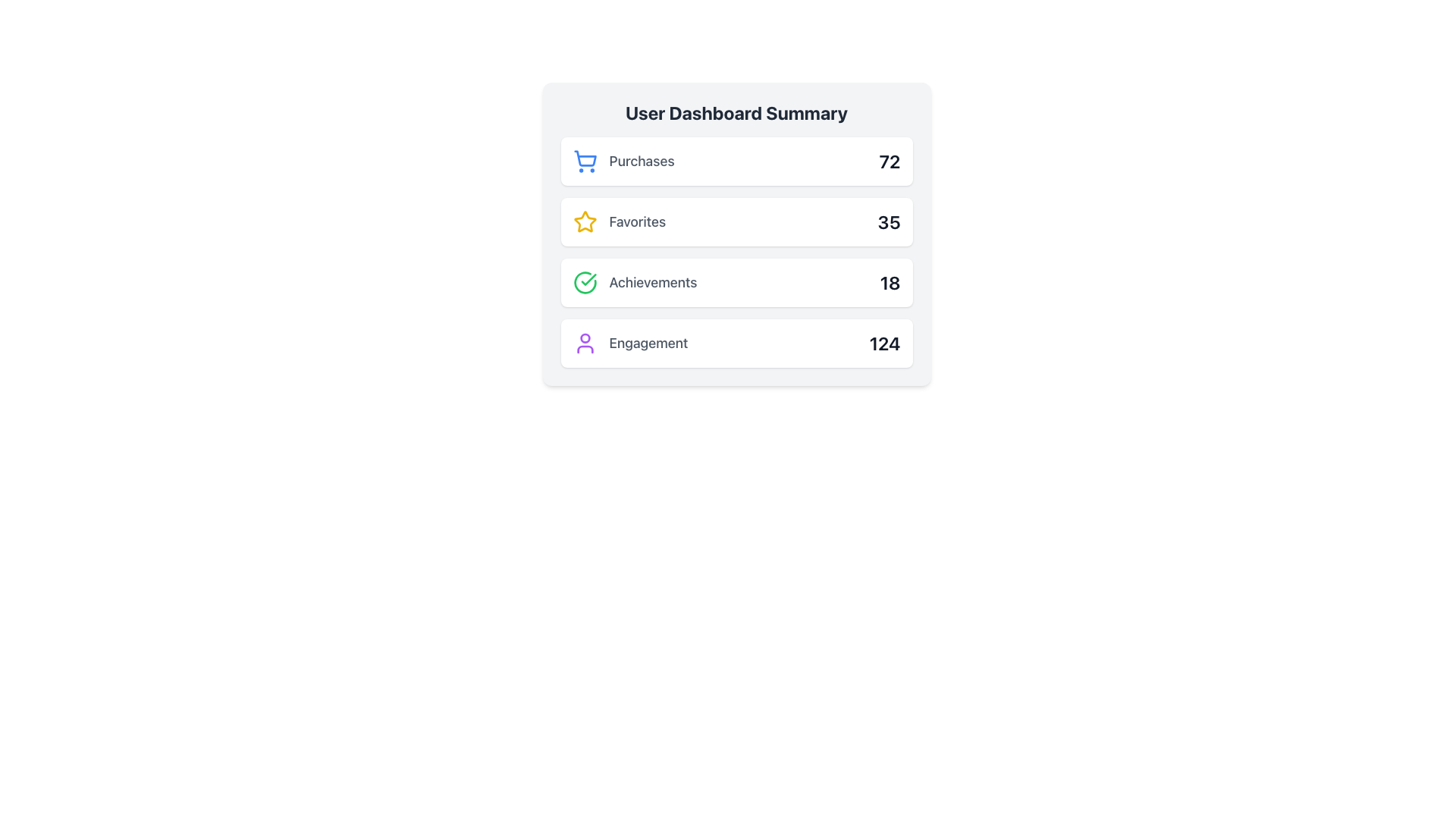  What do you see at coordinates (623, 161) in the screenshot?
I see `the 'Purchases' text label with the blue shopping cart icon located in the top-left of the User Dashboard Summary section` at bounding box center [623, 161].